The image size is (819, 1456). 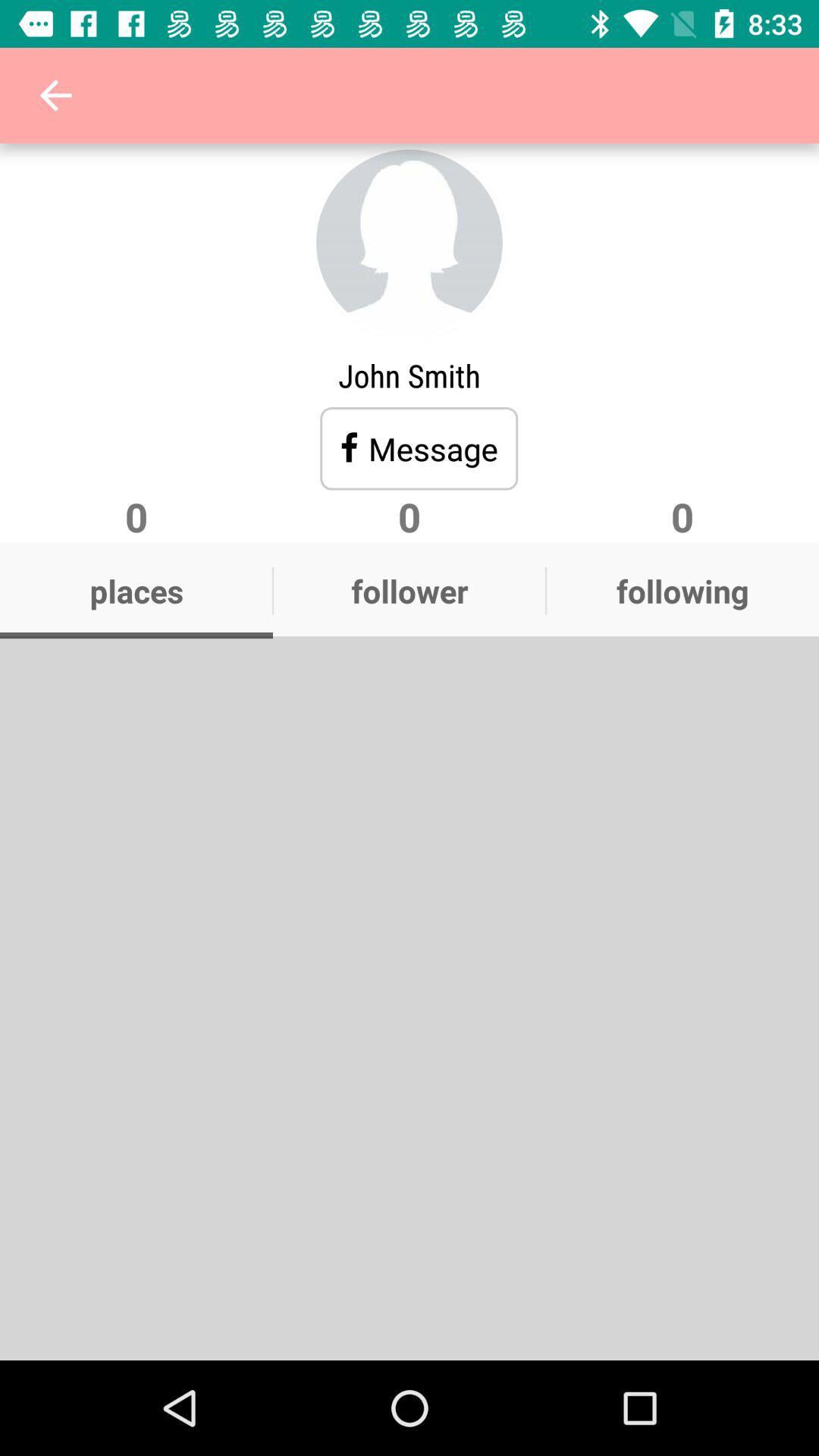 What do you see at coordinates (136, 590) in the screenshot?
I see `item below the 0 item` at bounding box center [136, 590].